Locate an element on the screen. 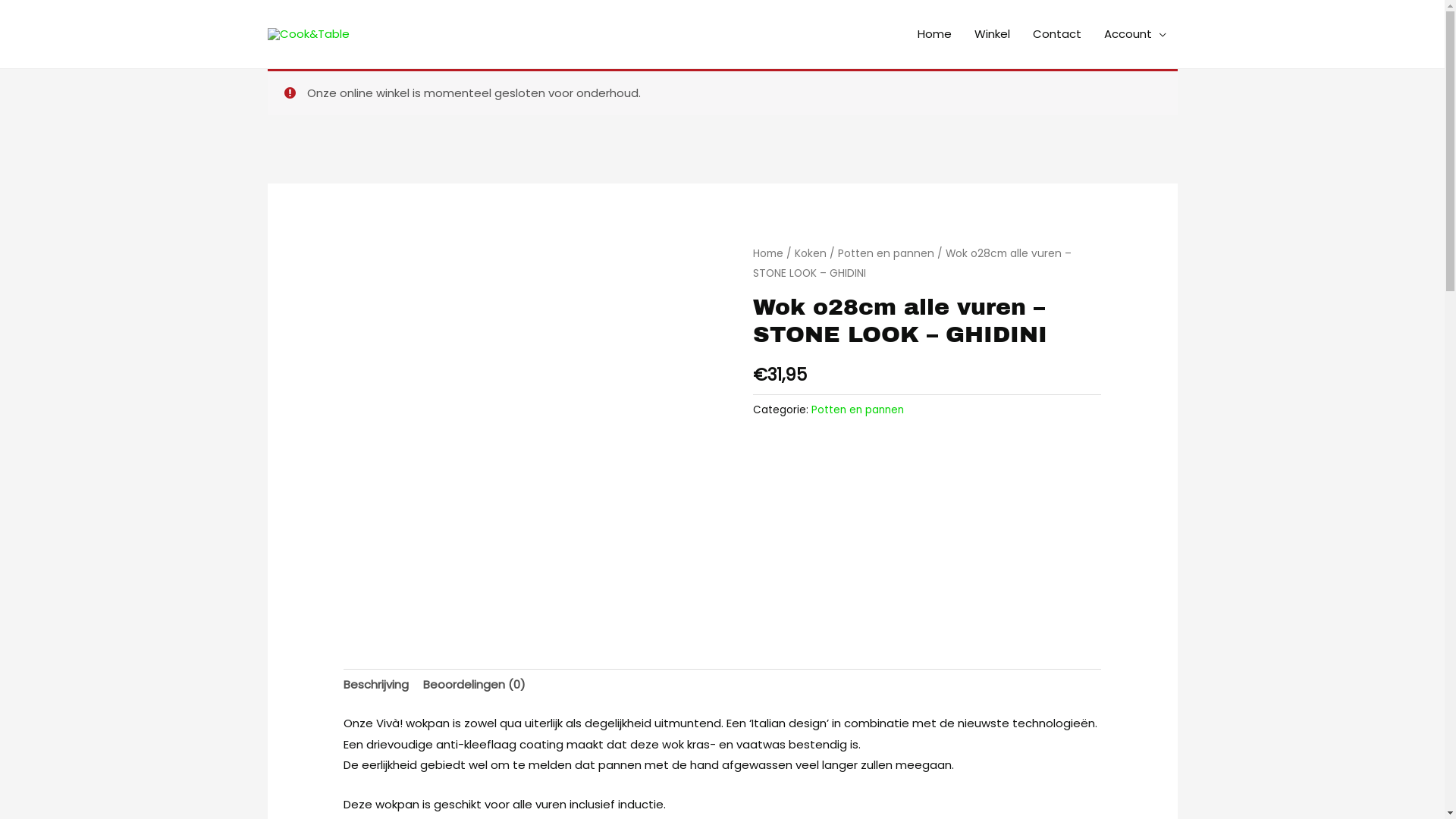  'Account' is located at coordinates (1134, 34).